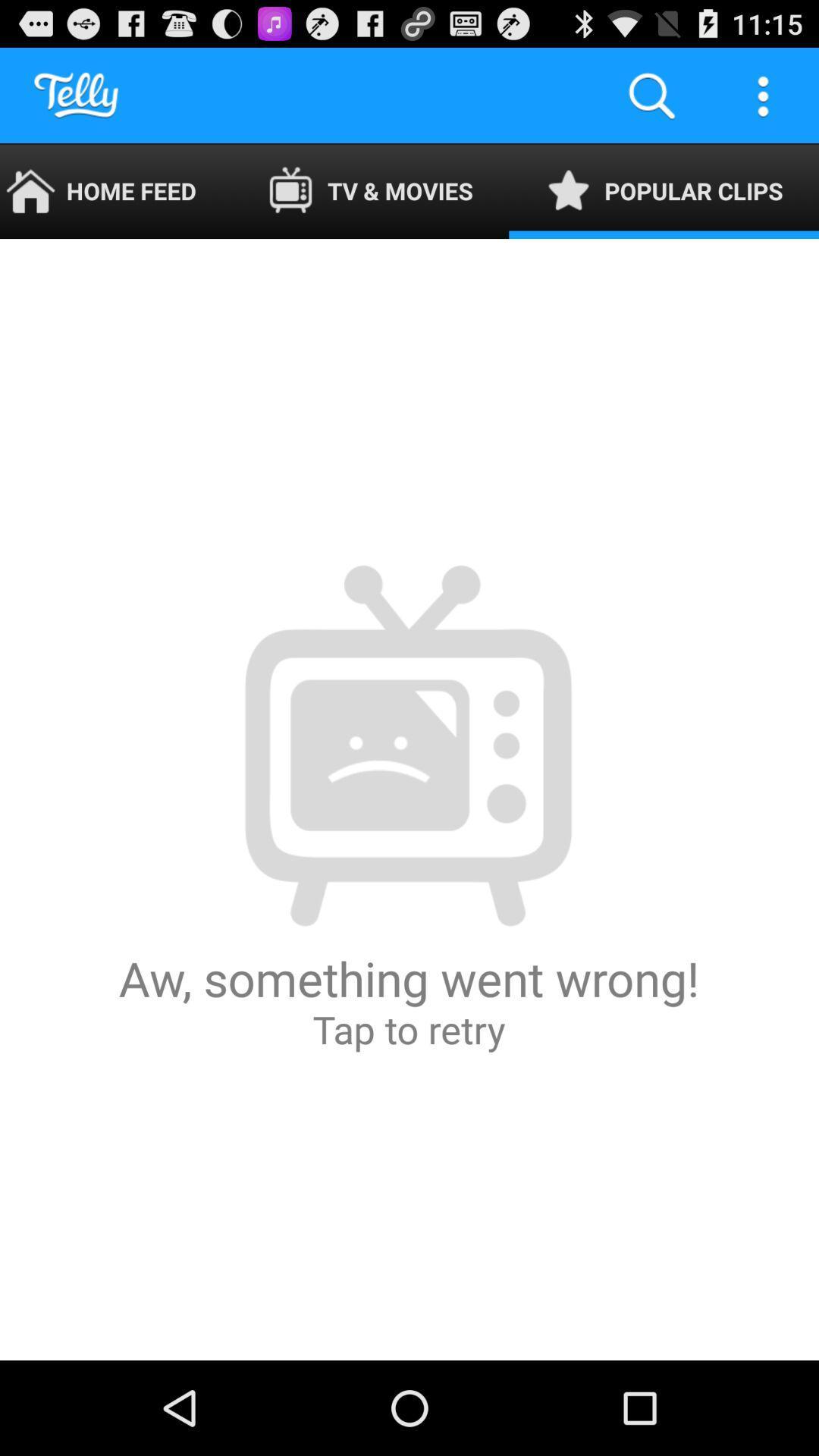  What do you see at coordinates (115, 190) in the screenshot?
I see `icon to the left of tv & movies icon` at bounding box center [115, 190].